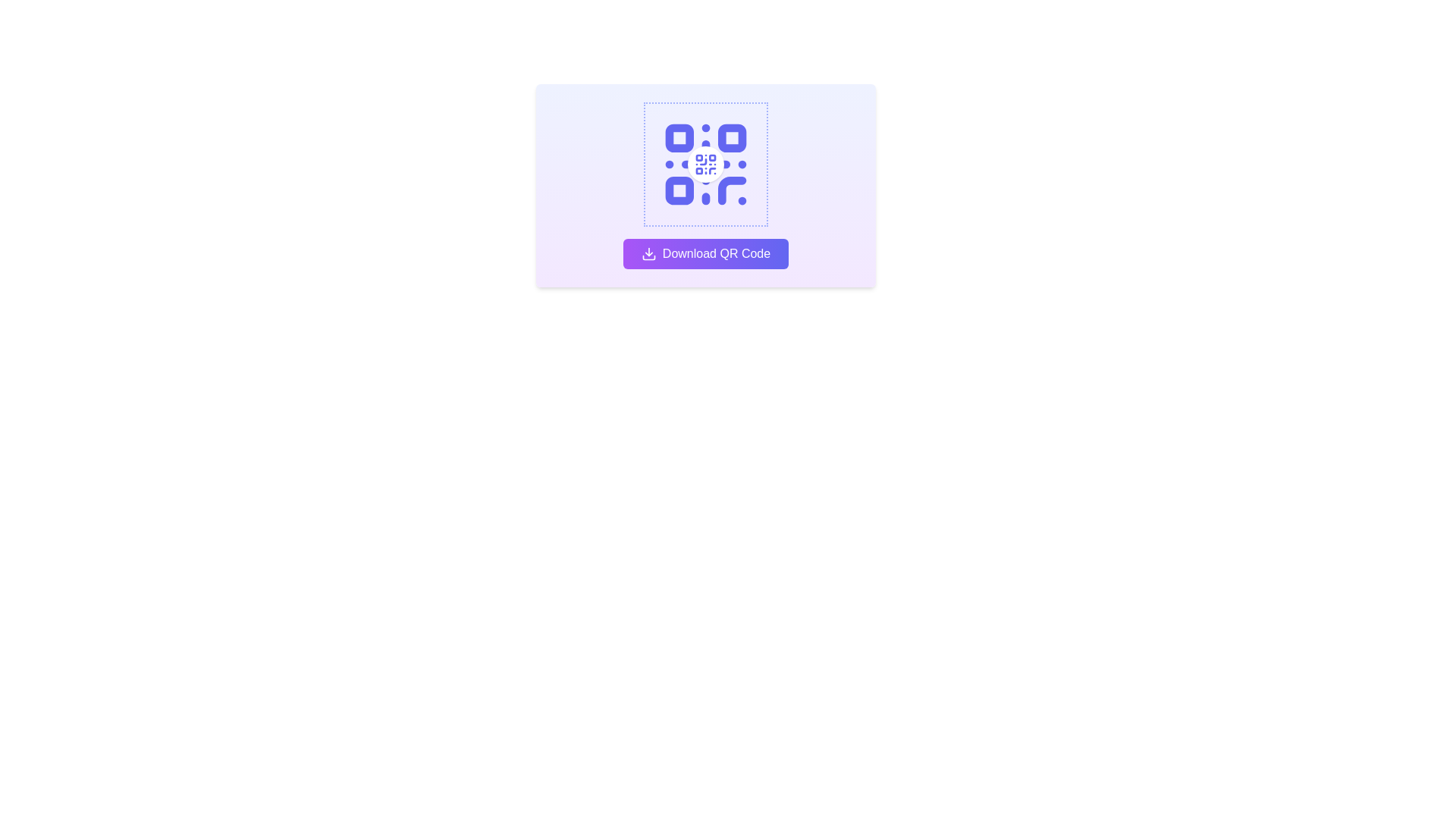 The height and width of the screenshot is (819, 1456). Describe the element at coordinates (705, 164) in the screenshot. I see `the QR code graphic representation, which is visually identifiable by its dotted indigo border and is positioned above the 'Download QR Code' button` at that location.